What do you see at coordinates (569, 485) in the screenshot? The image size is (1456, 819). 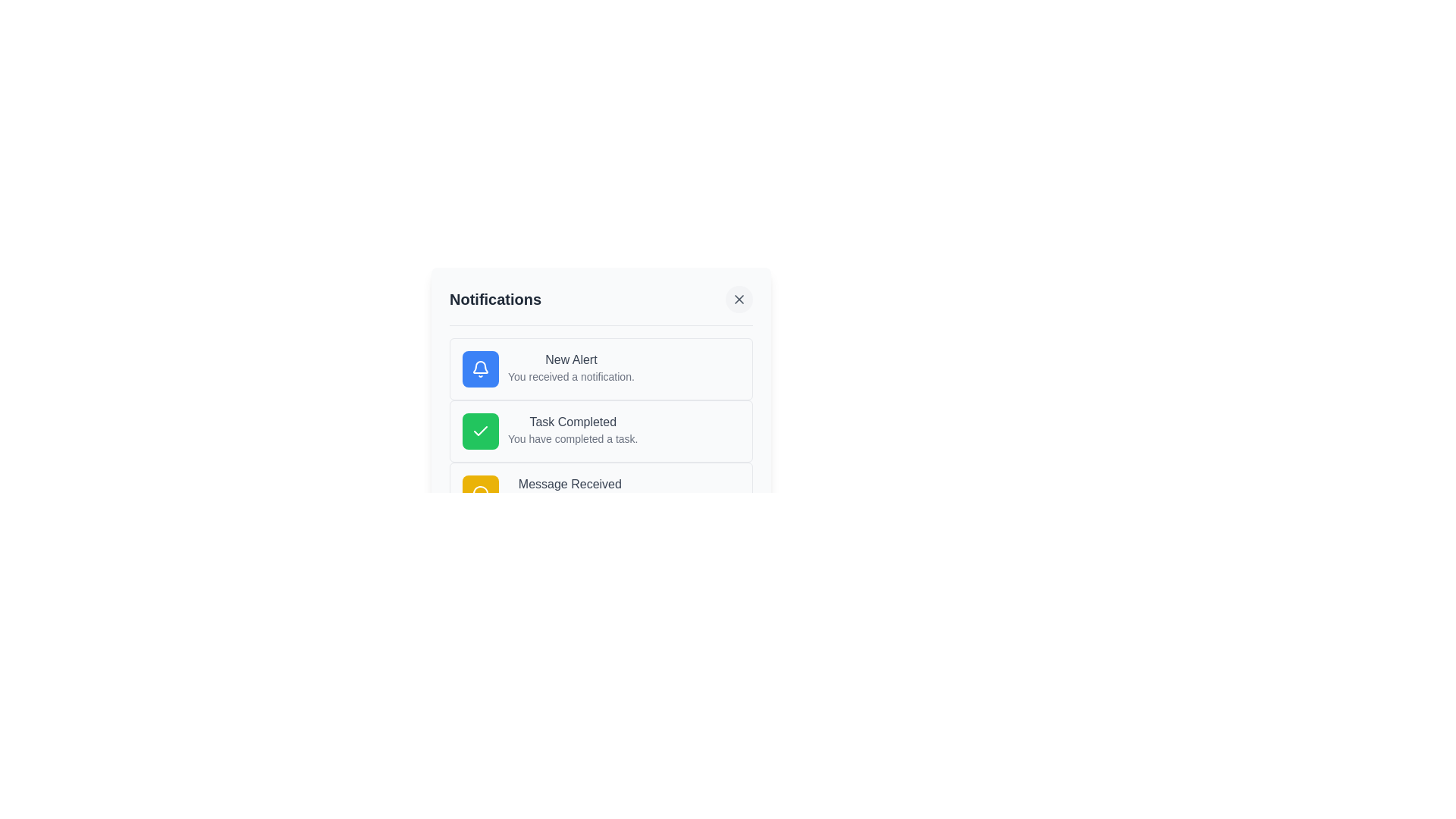 I see `the text label 'Message Received' which is the first line of the third notification item in the notifications list` at bounding box center [569, 485].